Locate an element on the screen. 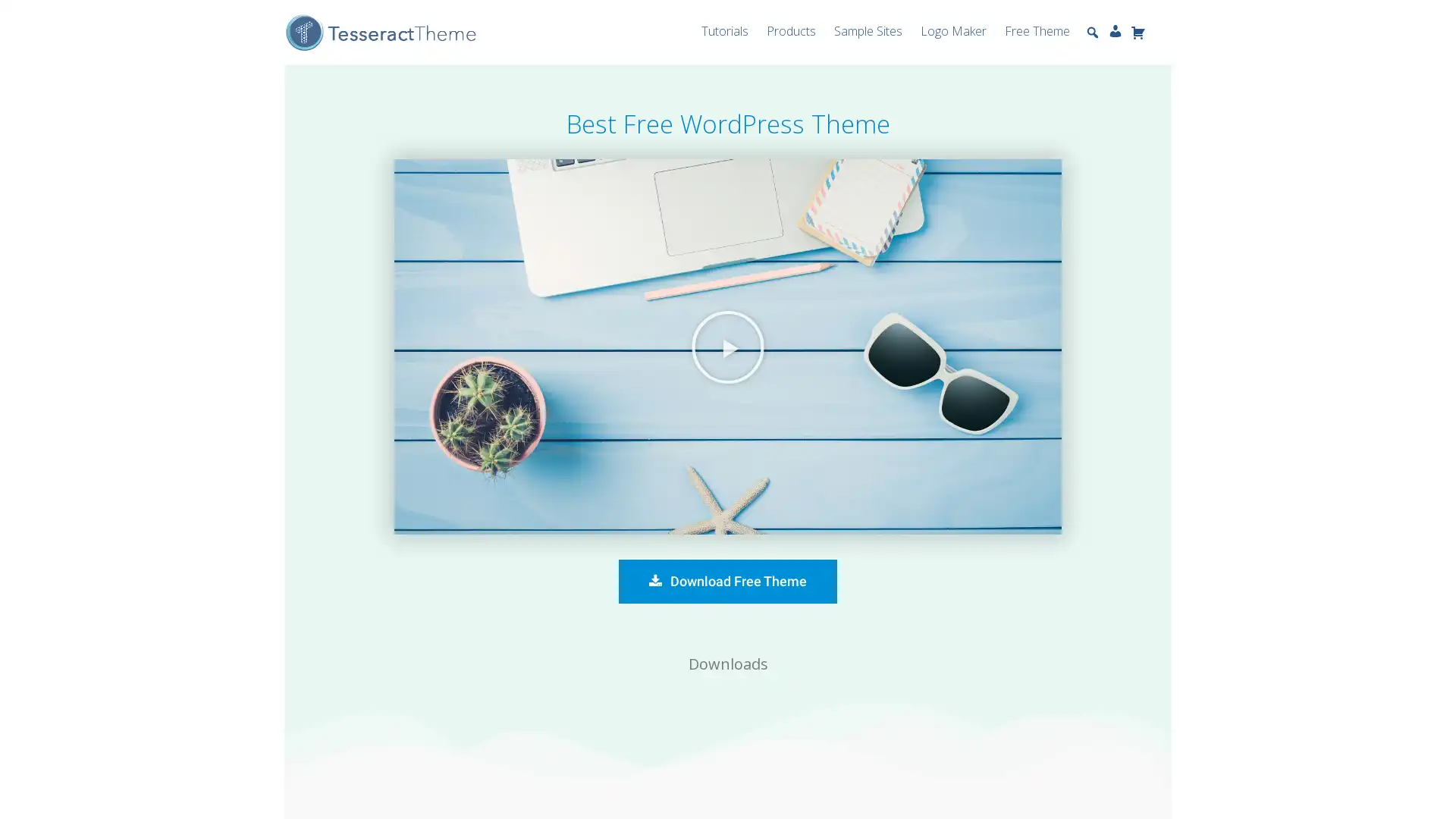 This screenshot has height=819, width=1456. Play Video is located at coordinates (728, 346).